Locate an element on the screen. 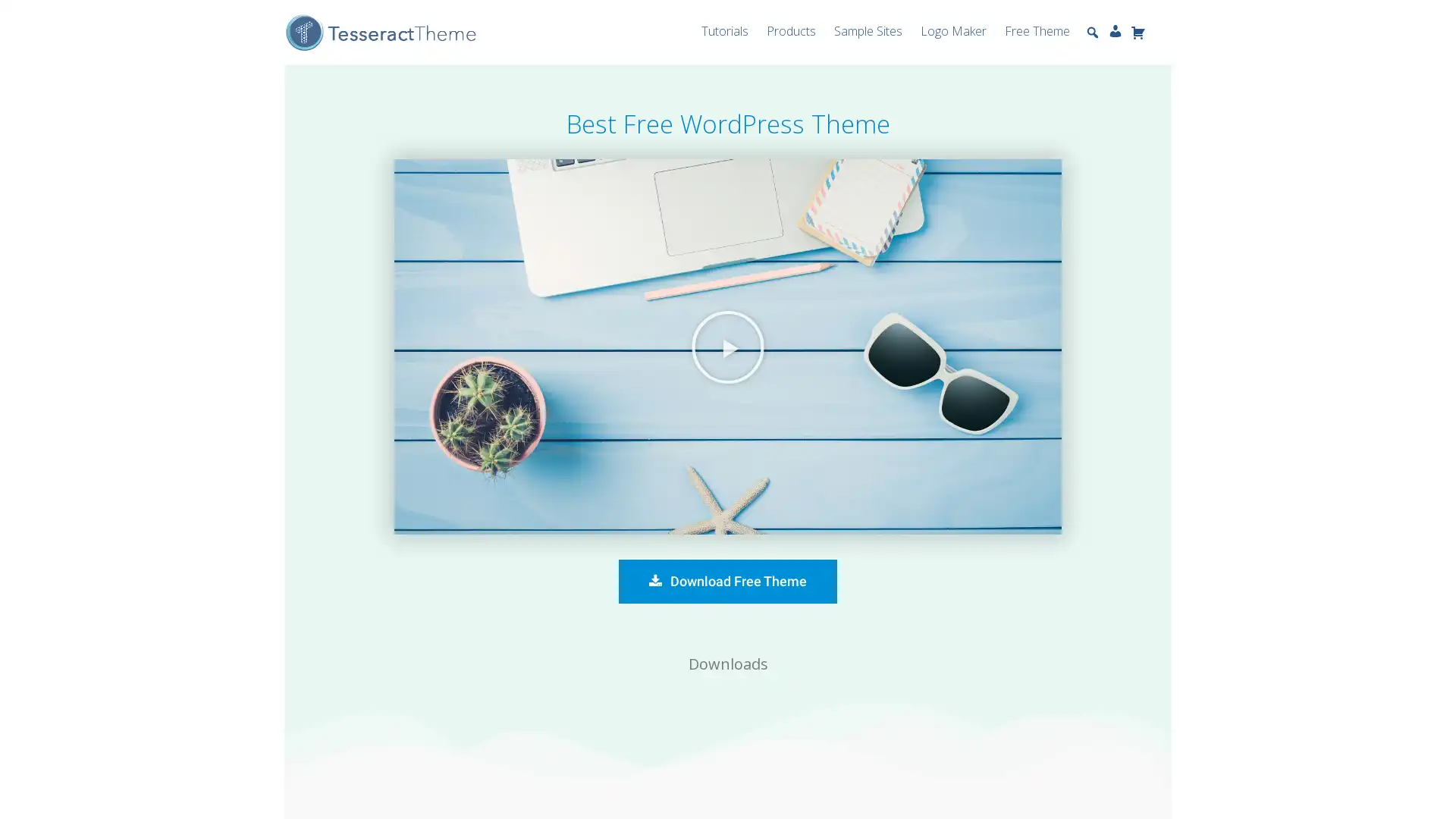 This screenshot has height=819, width=1456. Play Video is located at coordinates (728, 346).